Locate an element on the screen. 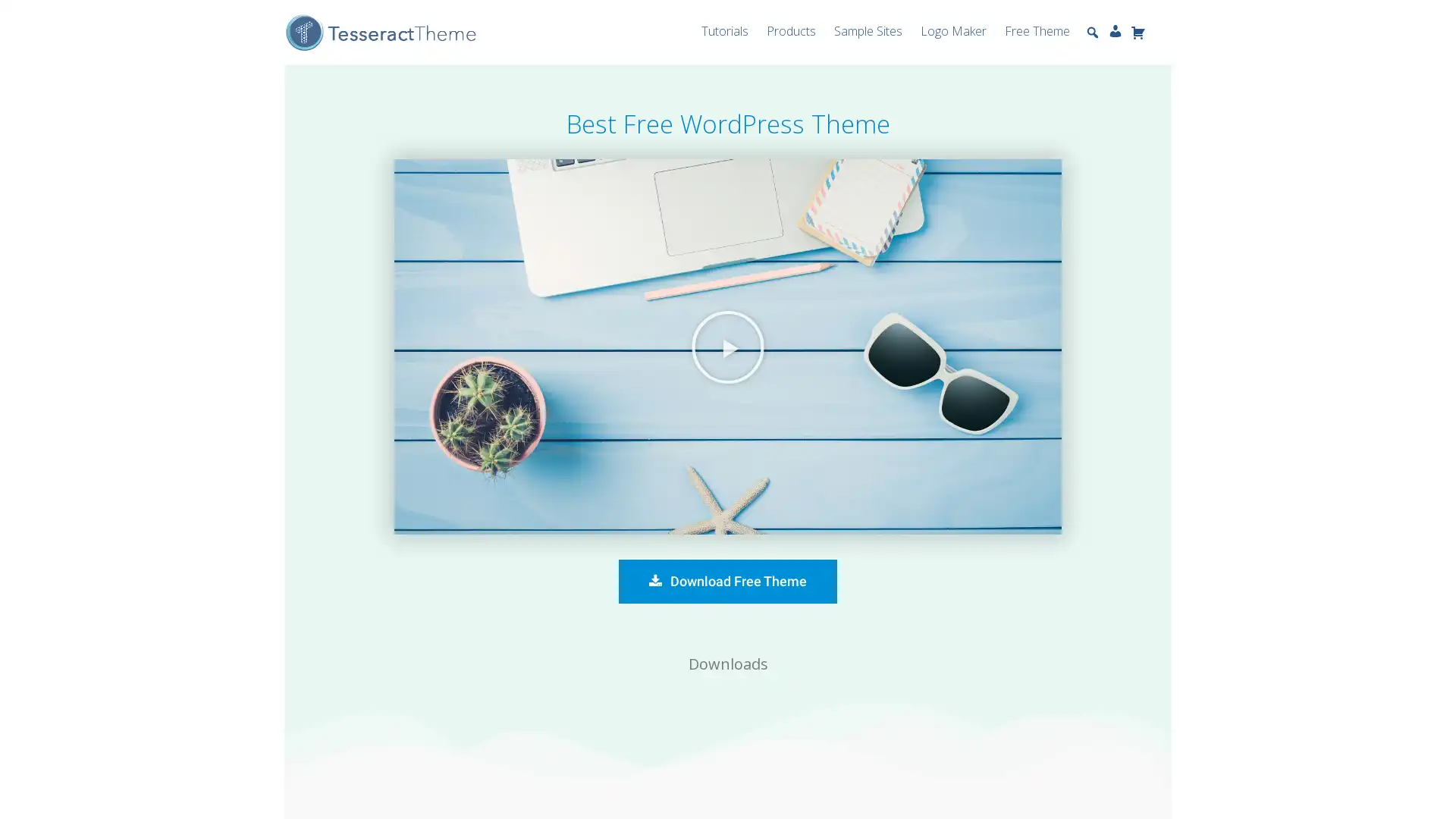 This screenshot has height=819, width=1456. Play Video is located at coordinates (728, 346).